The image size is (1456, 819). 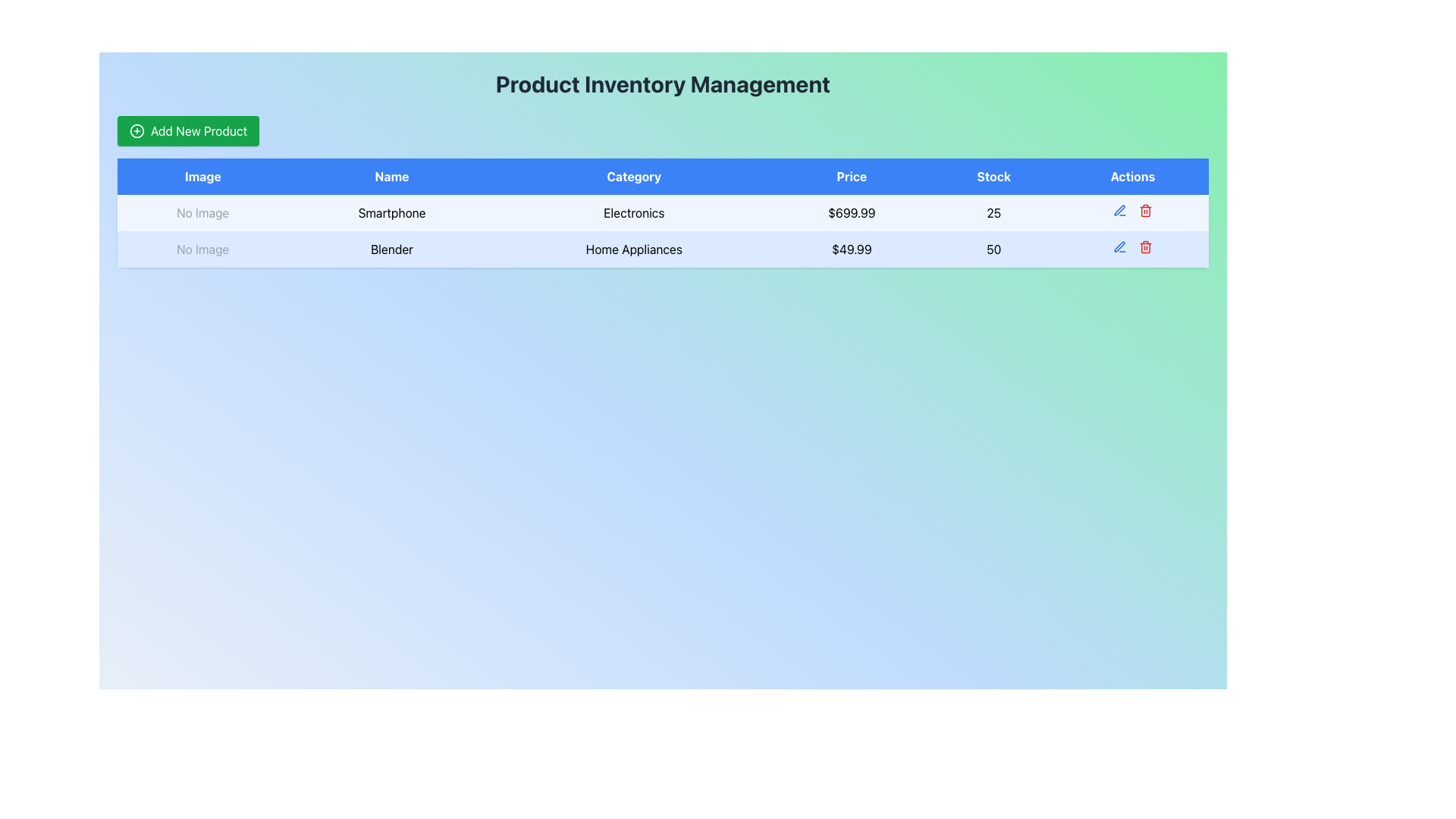 What do you see at coordinates (663, 213) in the screenshot?
I see `the first-entry row of the 'Product Inventory Management' table, which contains details for 'Smartphone'` at bounding box center [663, 213].